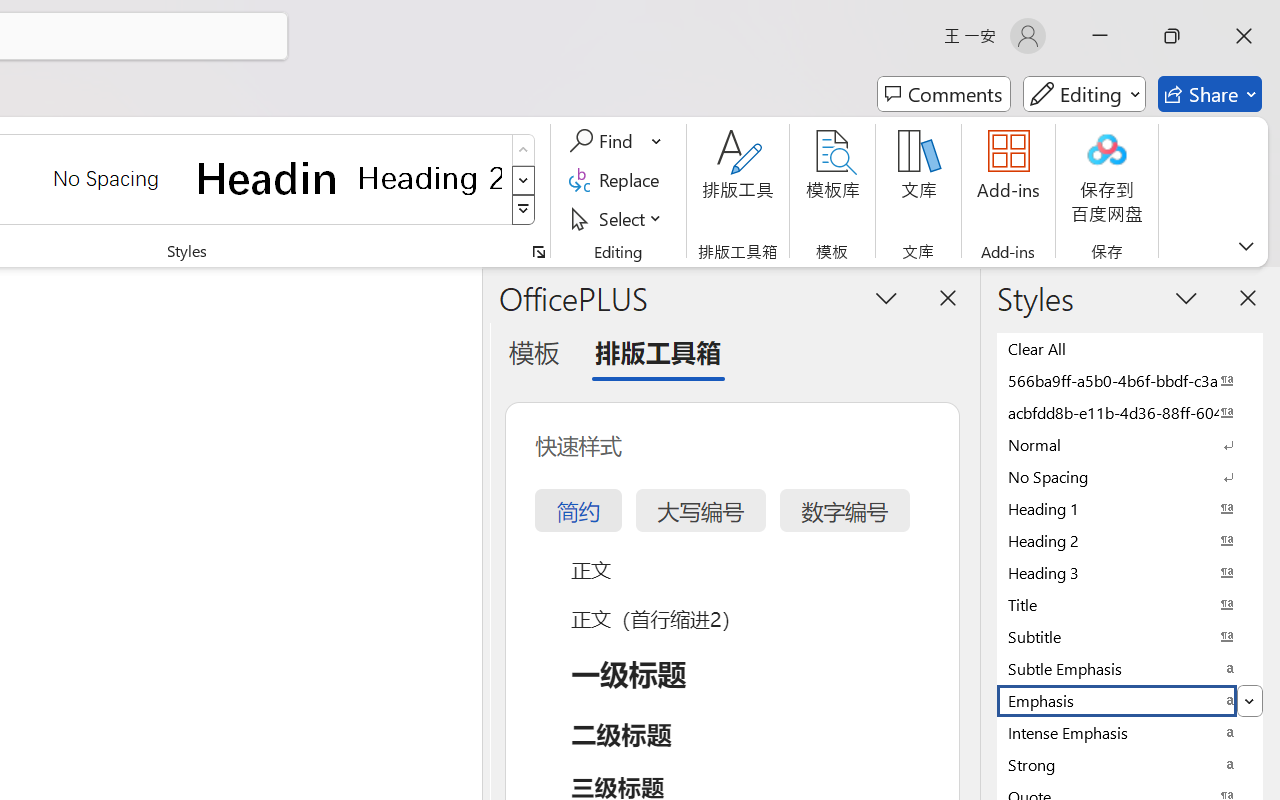 The image size is (1280, 800). What do you see at coordinates (943, 94) in the screenshot?
I see `'Comments'` at bounding box center [943, 94].